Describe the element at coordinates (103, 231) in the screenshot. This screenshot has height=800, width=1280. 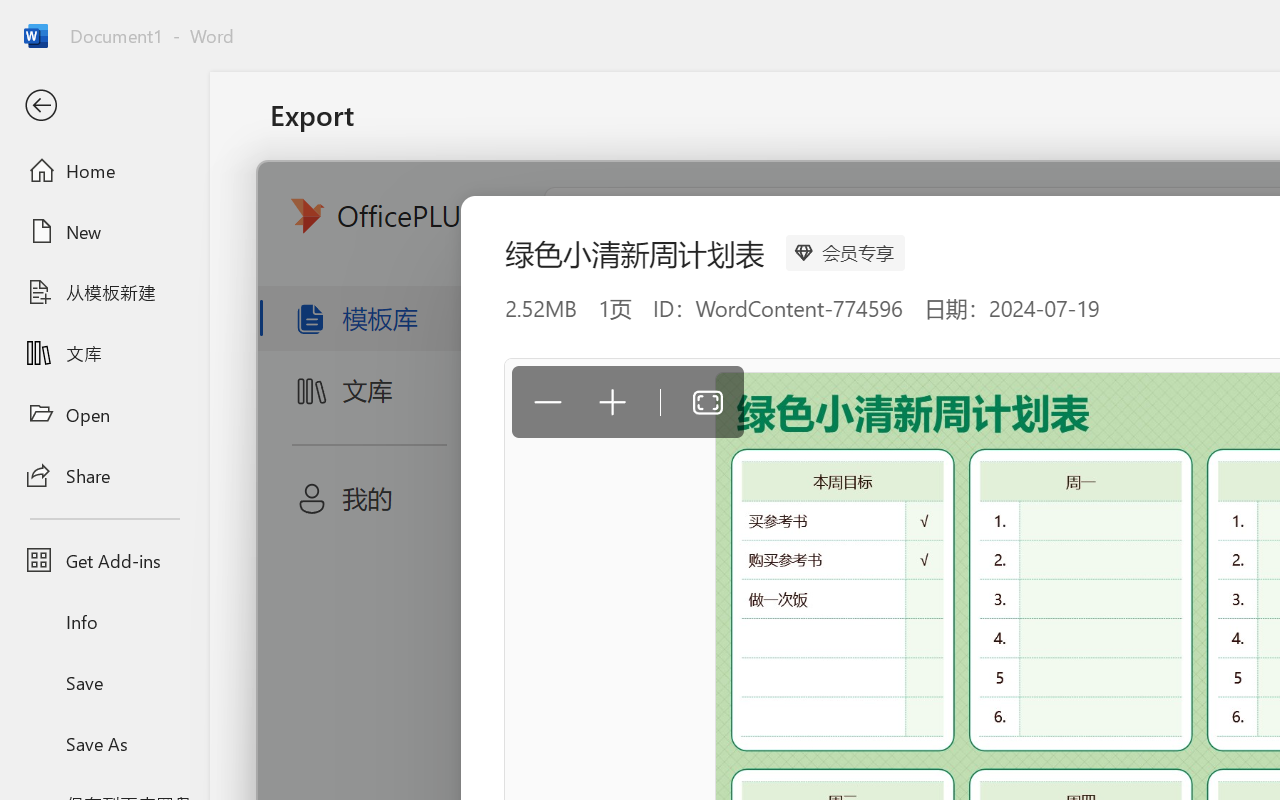
I see `'New'` at that location.